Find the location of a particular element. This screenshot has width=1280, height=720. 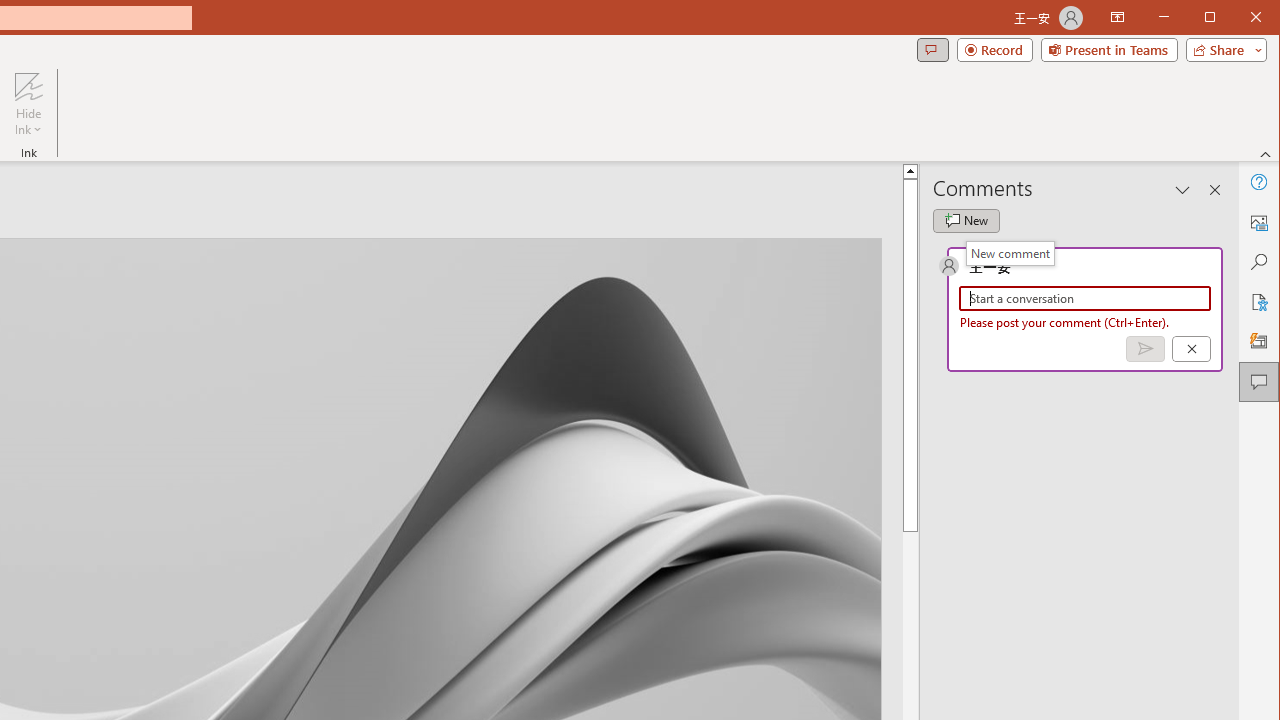

'Cancel' is located at coordinates (1191, 348).